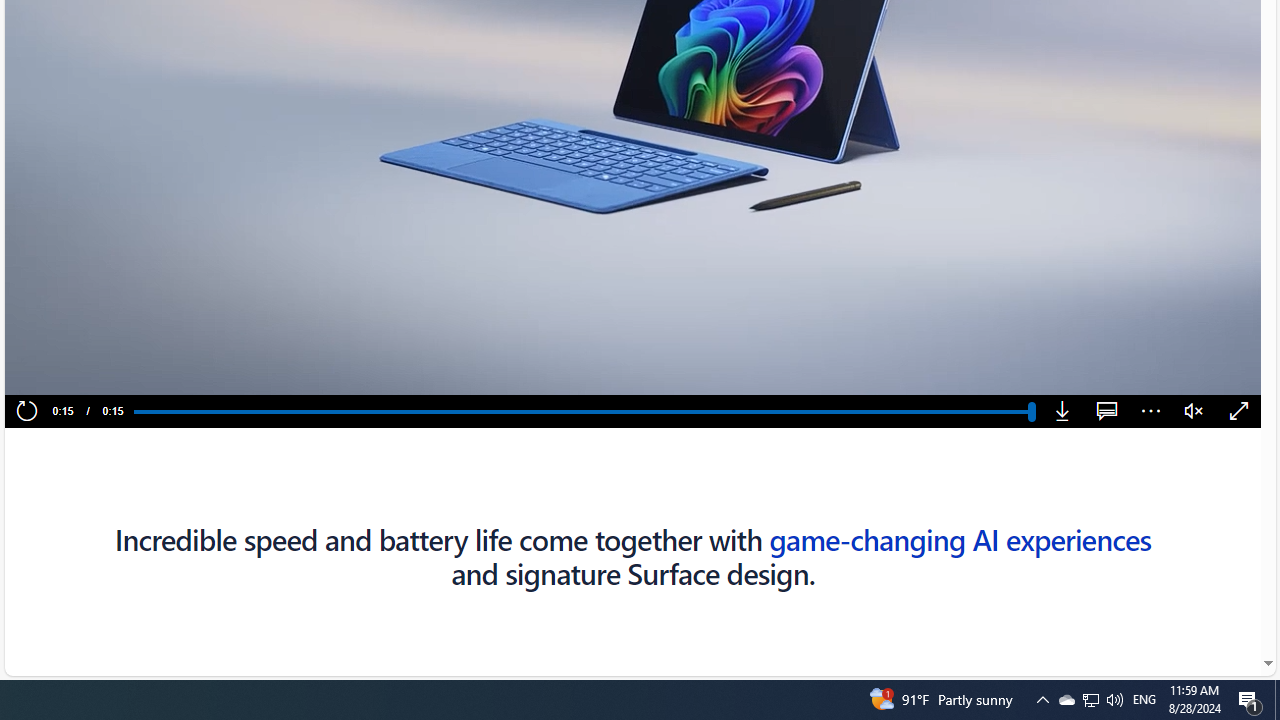 This screenshot has height=720, width=1280. I want to click on 'Unmute', so click(1194, 411).